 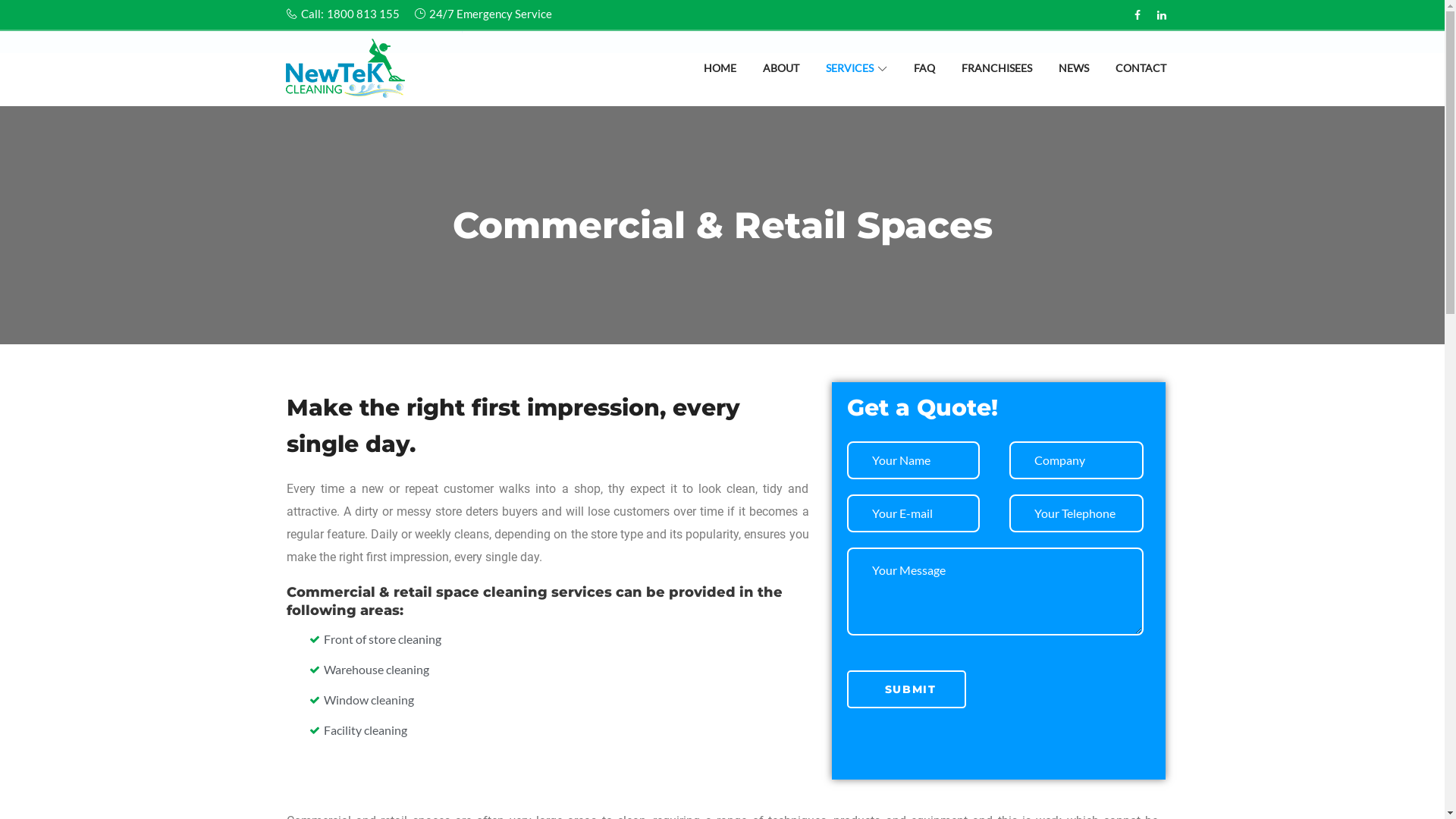 I want to click on 'HOME', so click(x=719, y=76).